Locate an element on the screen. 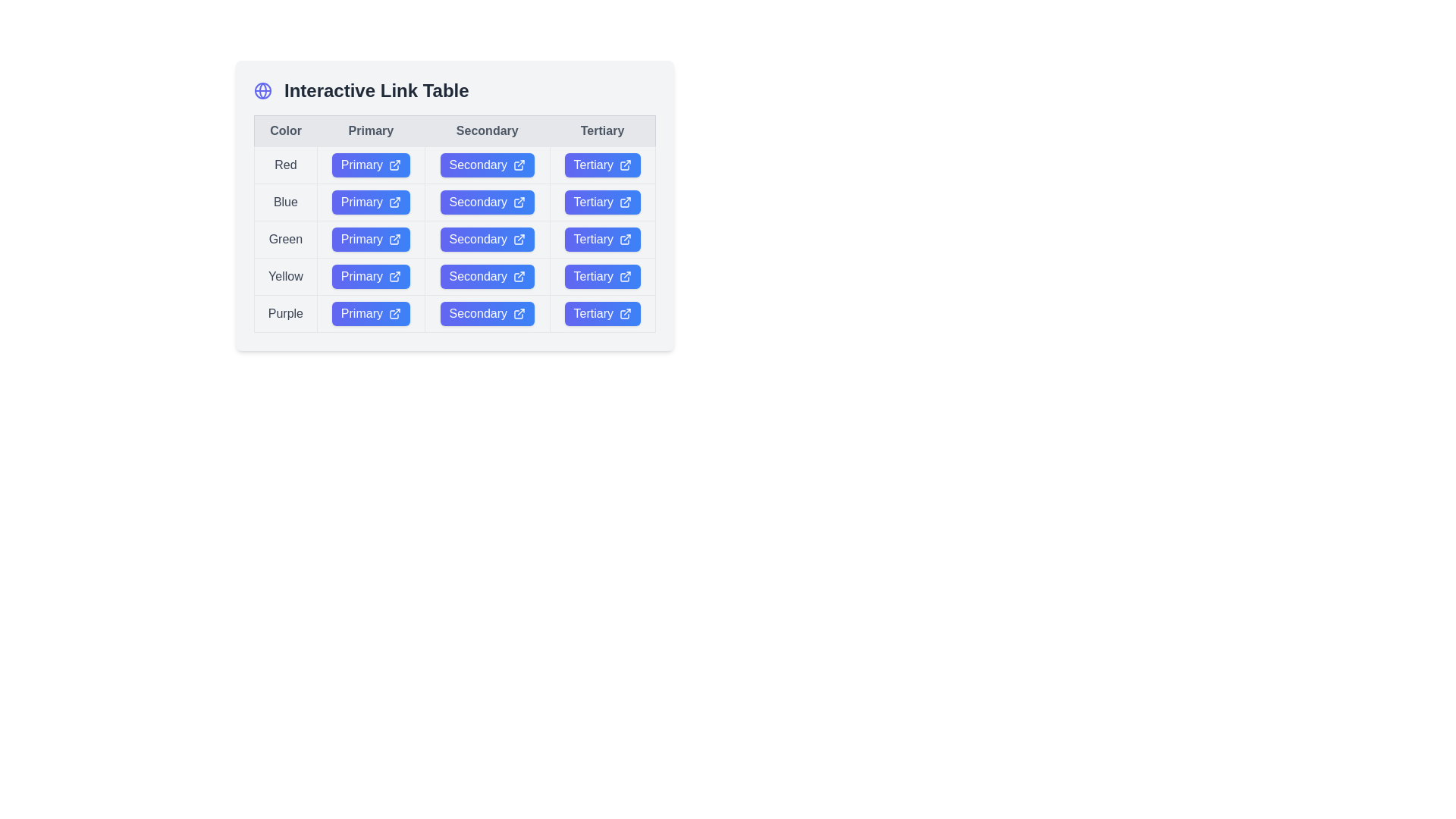 The width and height of the screenshot is (1456, 819). the 'Primary' action button is located at coordinates (371, 312).